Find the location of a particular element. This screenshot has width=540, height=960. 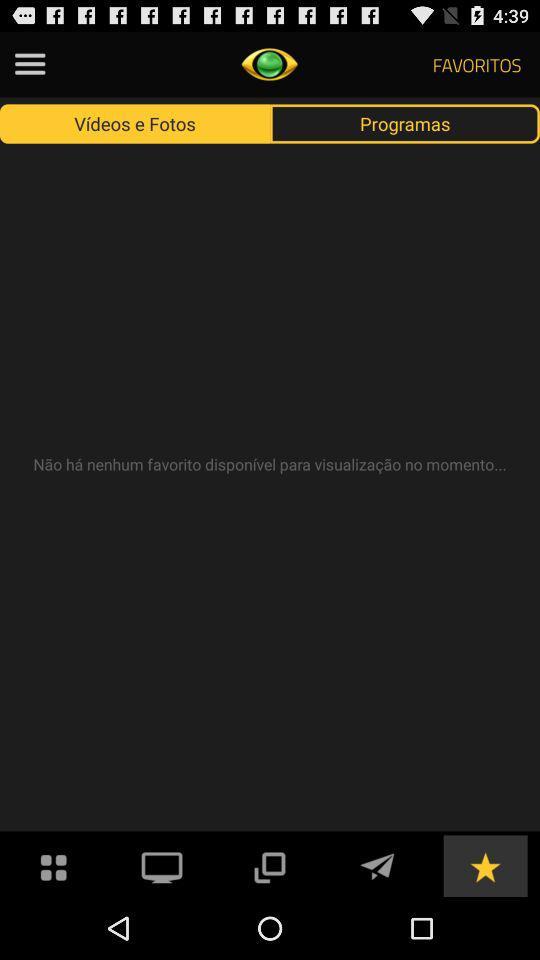

menu is located at coordinates (29, 64).